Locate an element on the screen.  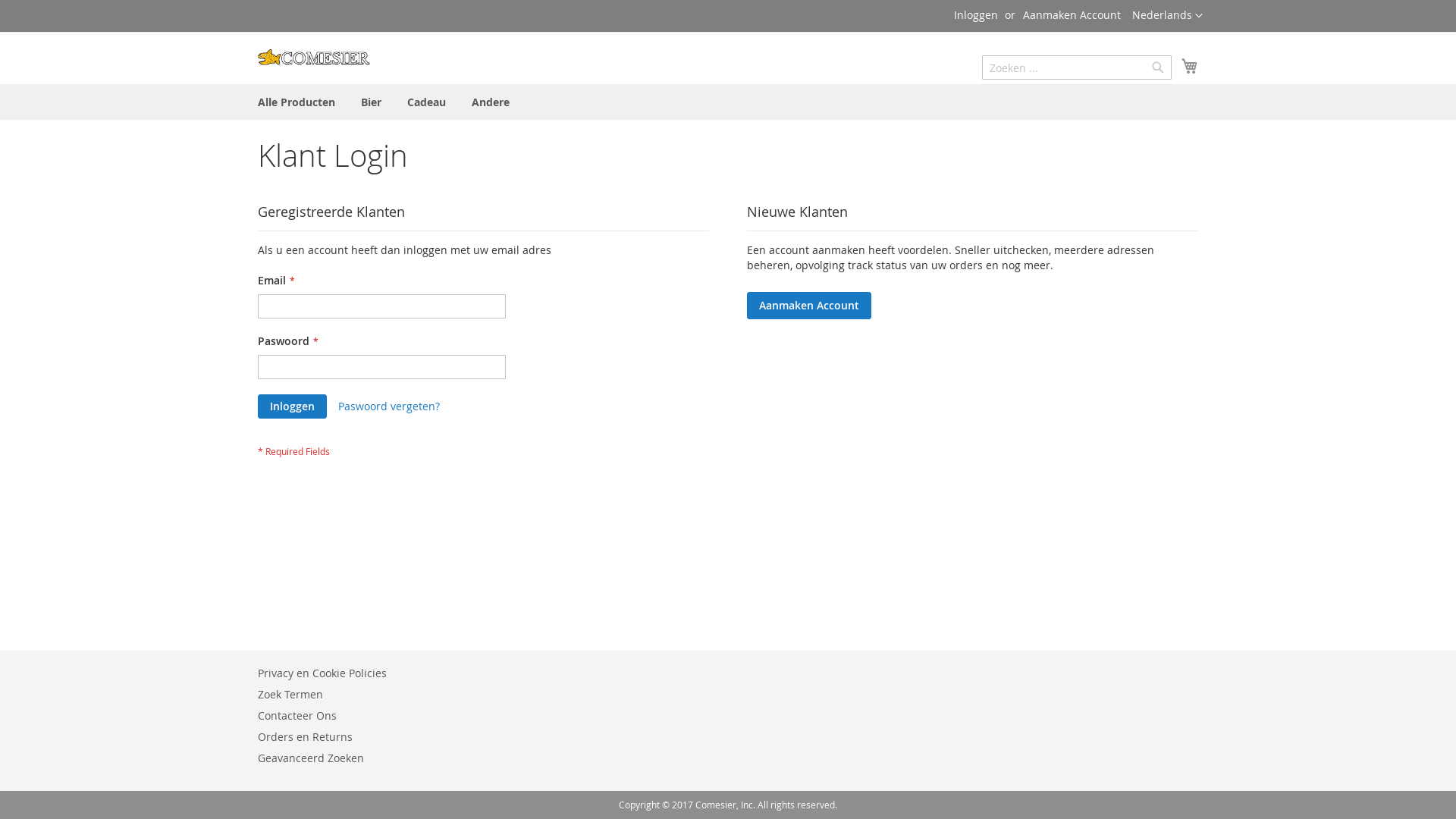
'Andere' is located at coordinates (491, 102).